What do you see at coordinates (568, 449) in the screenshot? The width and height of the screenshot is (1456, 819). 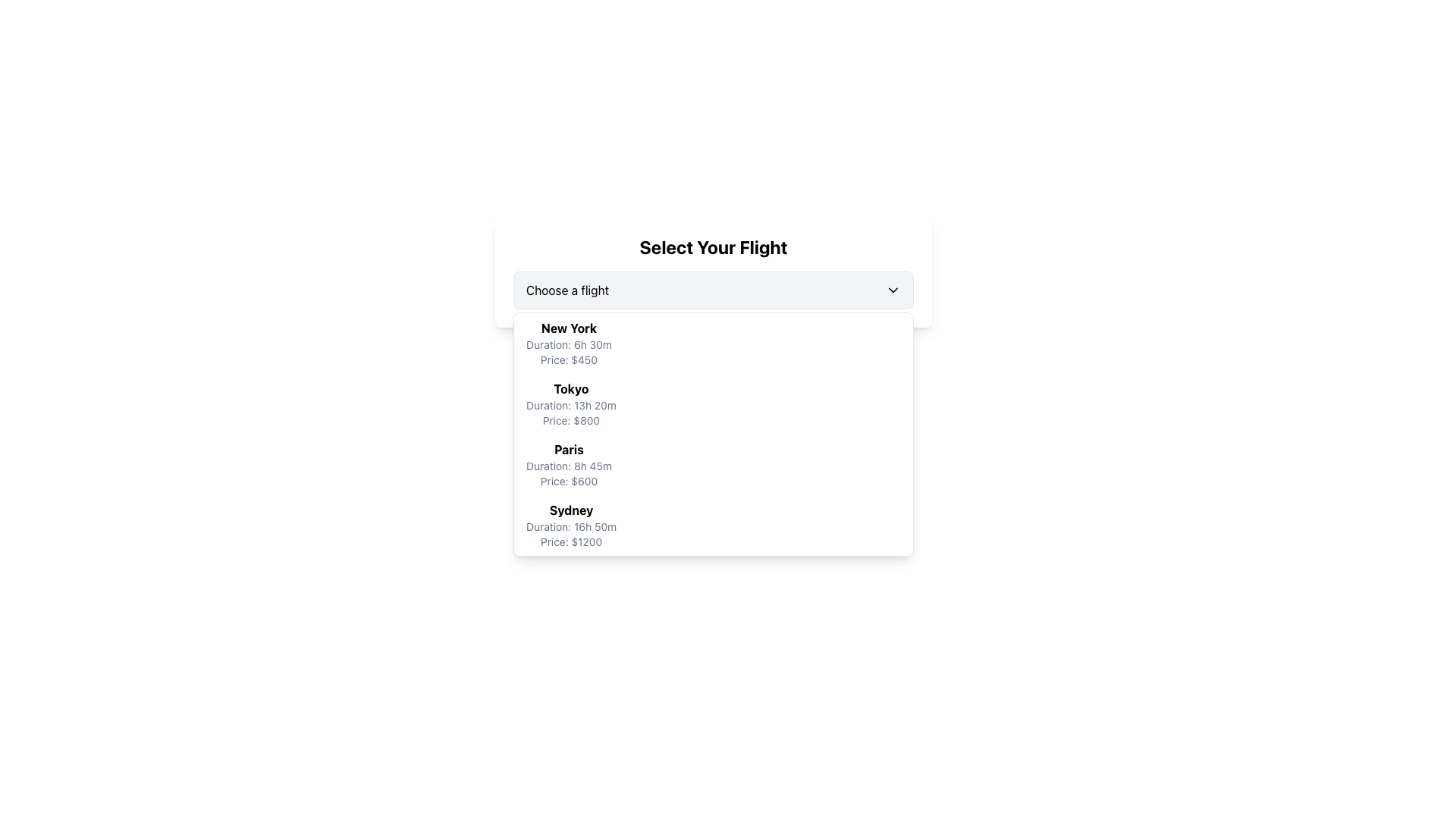 I see `text label for the 'Paris' flight option in the dropdown menu titled 'Select Your Flight'` at bounding box center [568, 449].